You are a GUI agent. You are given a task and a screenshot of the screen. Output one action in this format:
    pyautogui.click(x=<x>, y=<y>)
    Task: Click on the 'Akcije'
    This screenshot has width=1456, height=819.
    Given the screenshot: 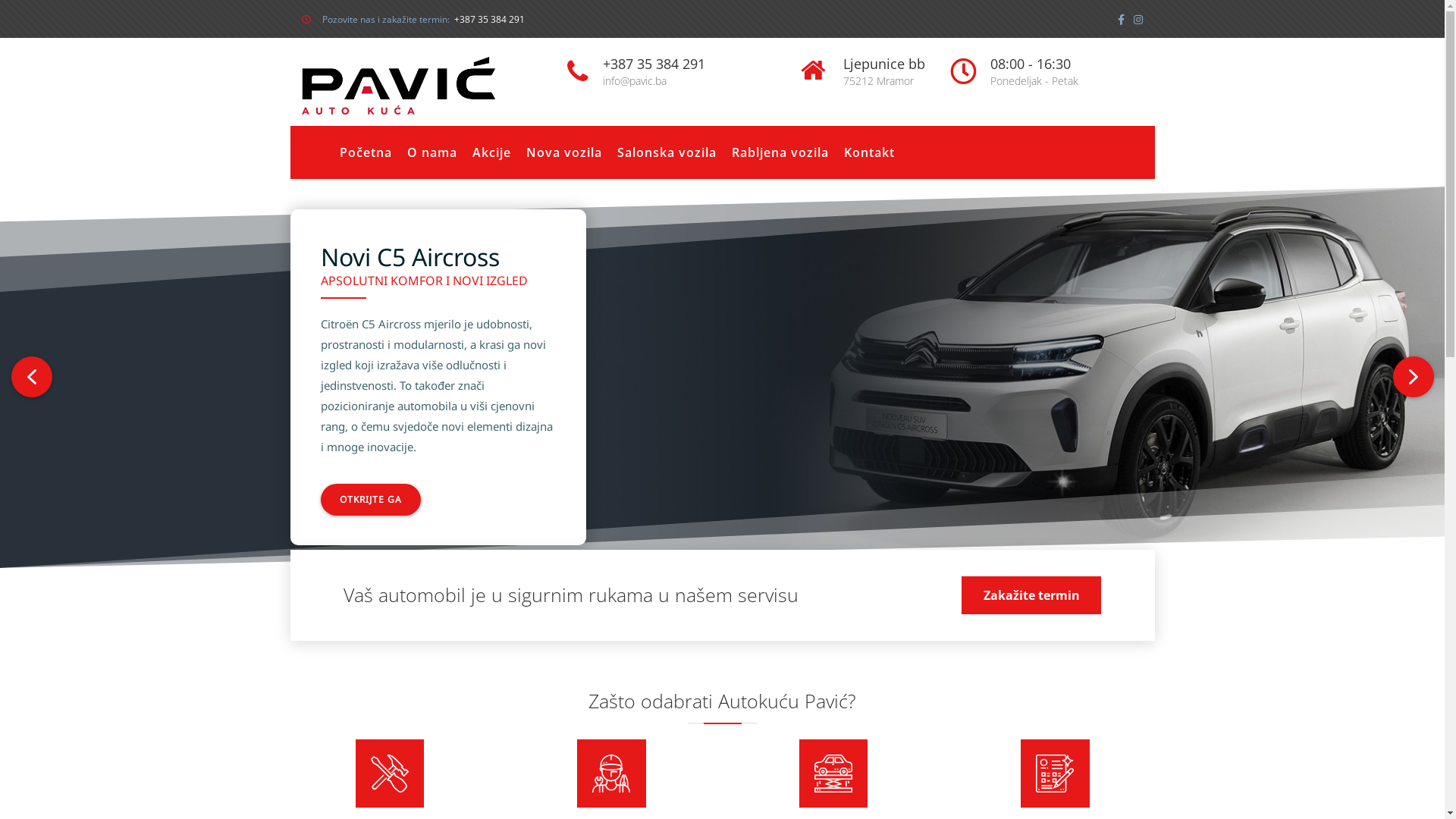 What is the action you would take?
    pyautogui.click(x=463, y=152)
    